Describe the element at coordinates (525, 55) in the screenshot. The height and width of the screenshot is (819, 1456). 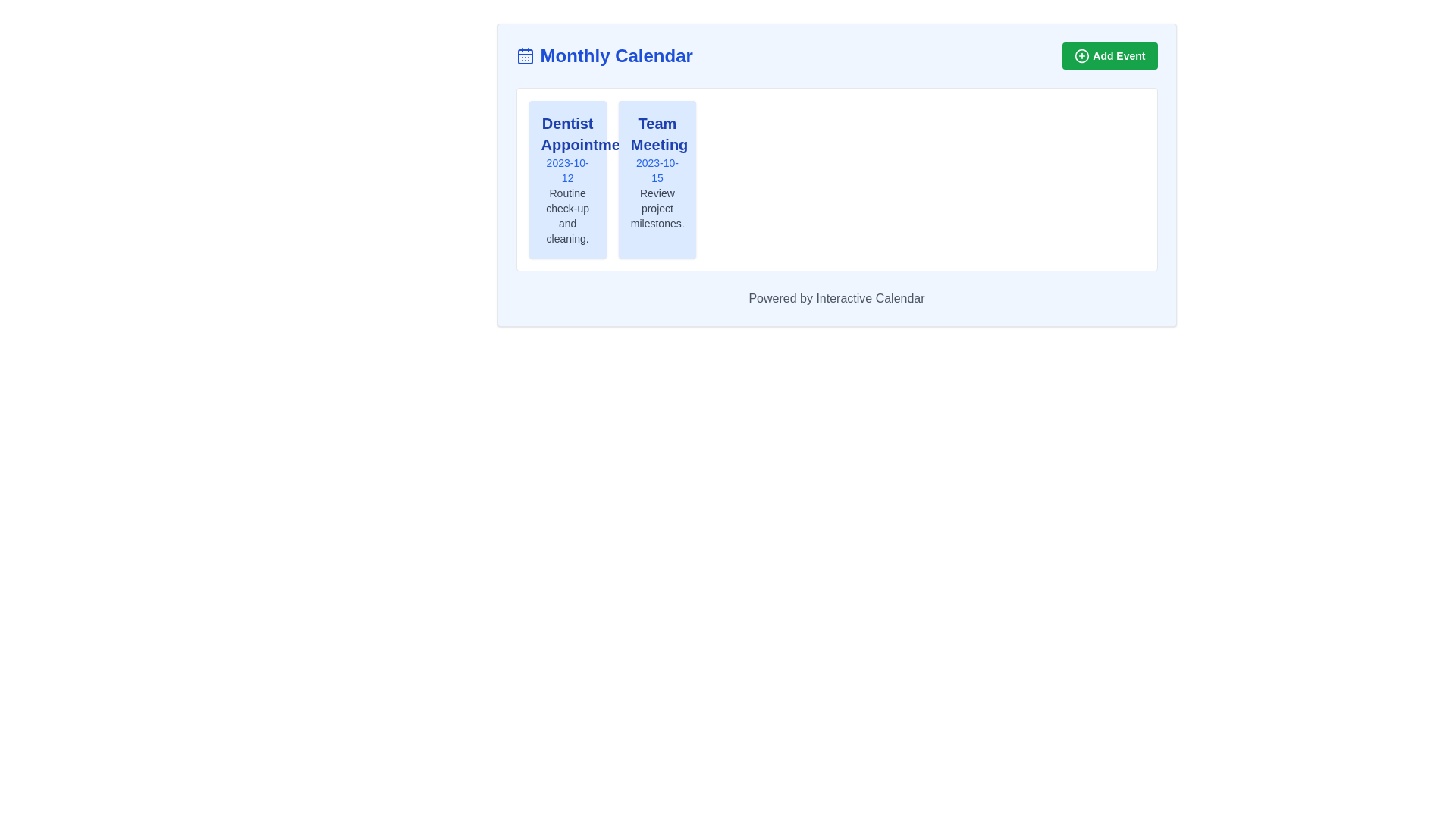
I see `the calendar icon located at the upper-left corner of the 'Monthly Calendar' header section for visual reference` at that location.